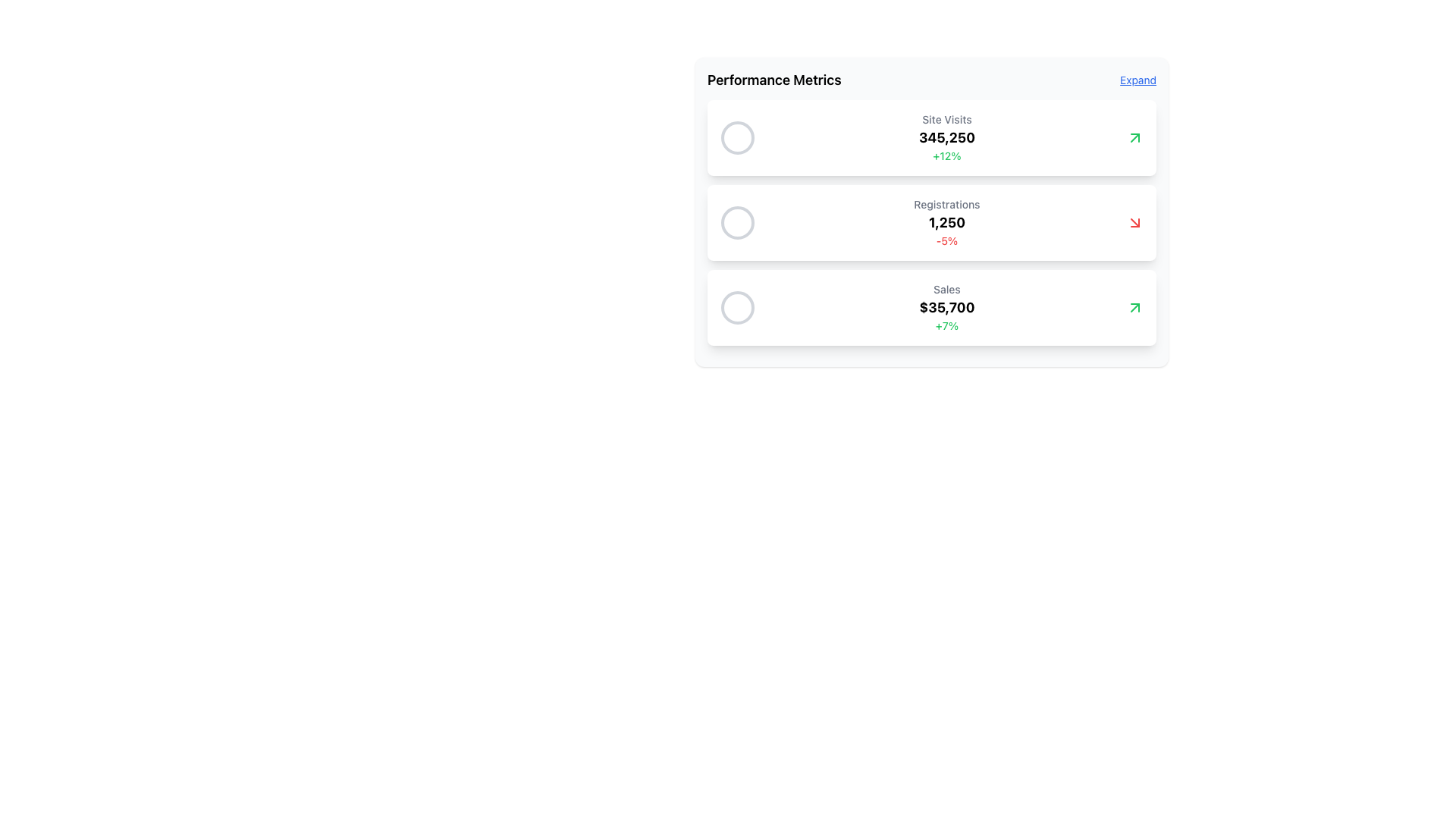  Describe the element at coordinates (930, 212) in the screenshot. I see `the information displayed in the 'Registrations' card, which is the second card in a vertical list, located beneath 'Site Visits' and above 'Sales'` at that location.